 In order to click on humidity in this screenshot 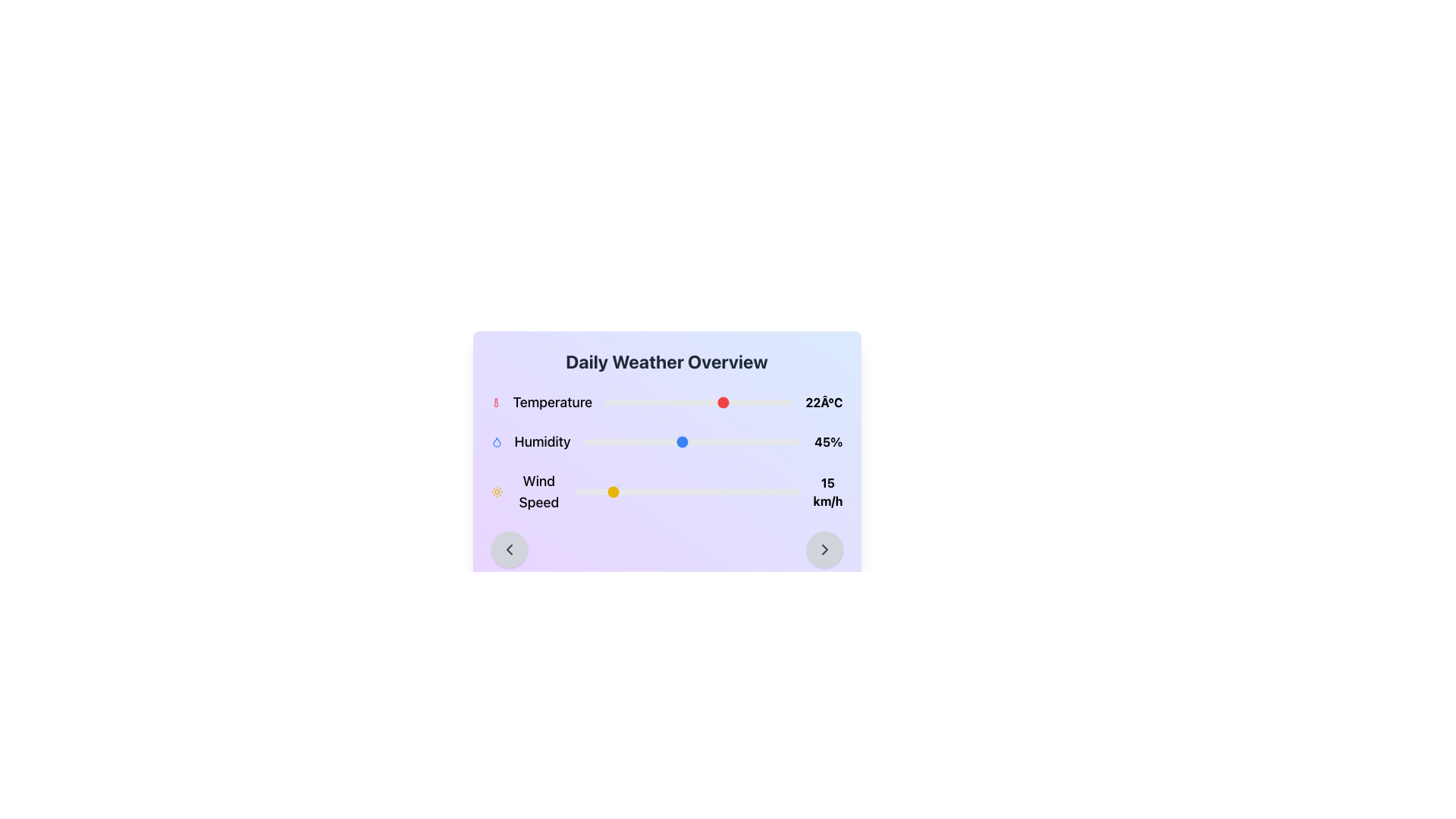, I will do `click(620, 441)`.